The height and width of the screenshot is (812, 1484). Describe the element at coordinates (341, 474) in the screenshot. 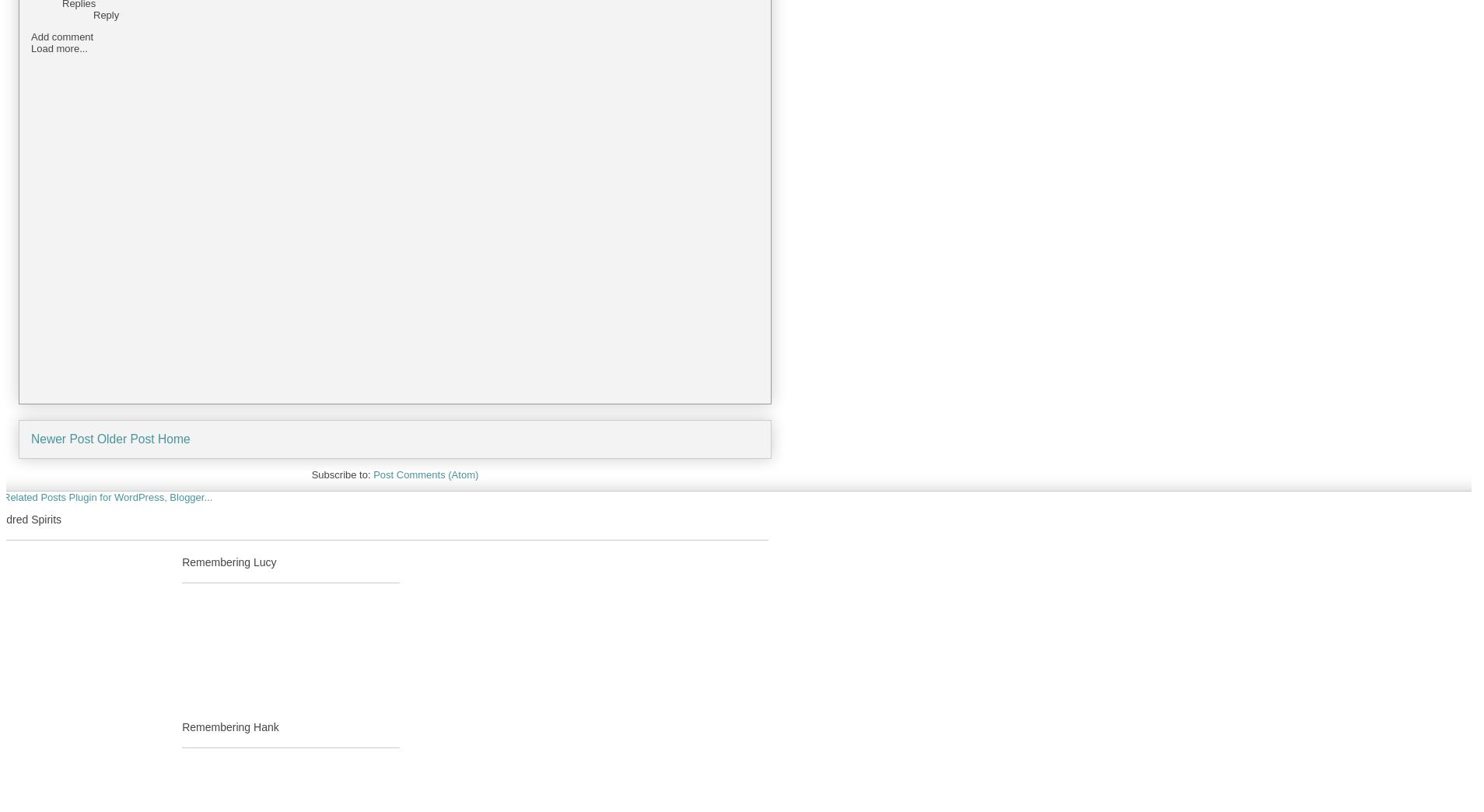

I see `'Subscribe to:'` at that location.